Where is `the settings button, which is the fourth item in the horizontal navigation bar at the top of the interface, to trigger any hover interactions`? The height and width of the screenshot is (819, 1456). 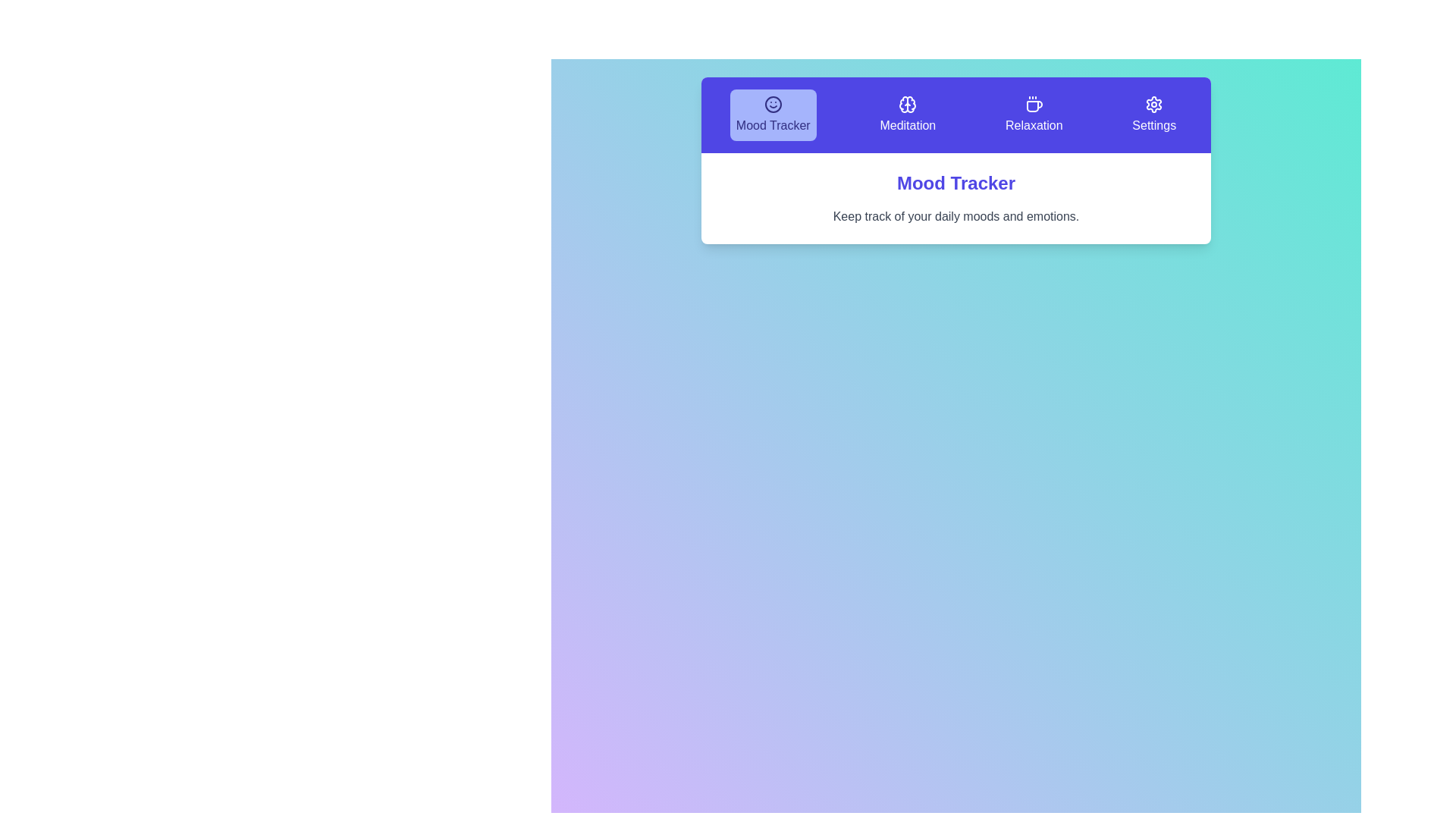
the settings button, which is the fourth item in the horizontal navigation bar at the top of the interface, to trigger any hover interactions is located at coordinates (1153, 114).